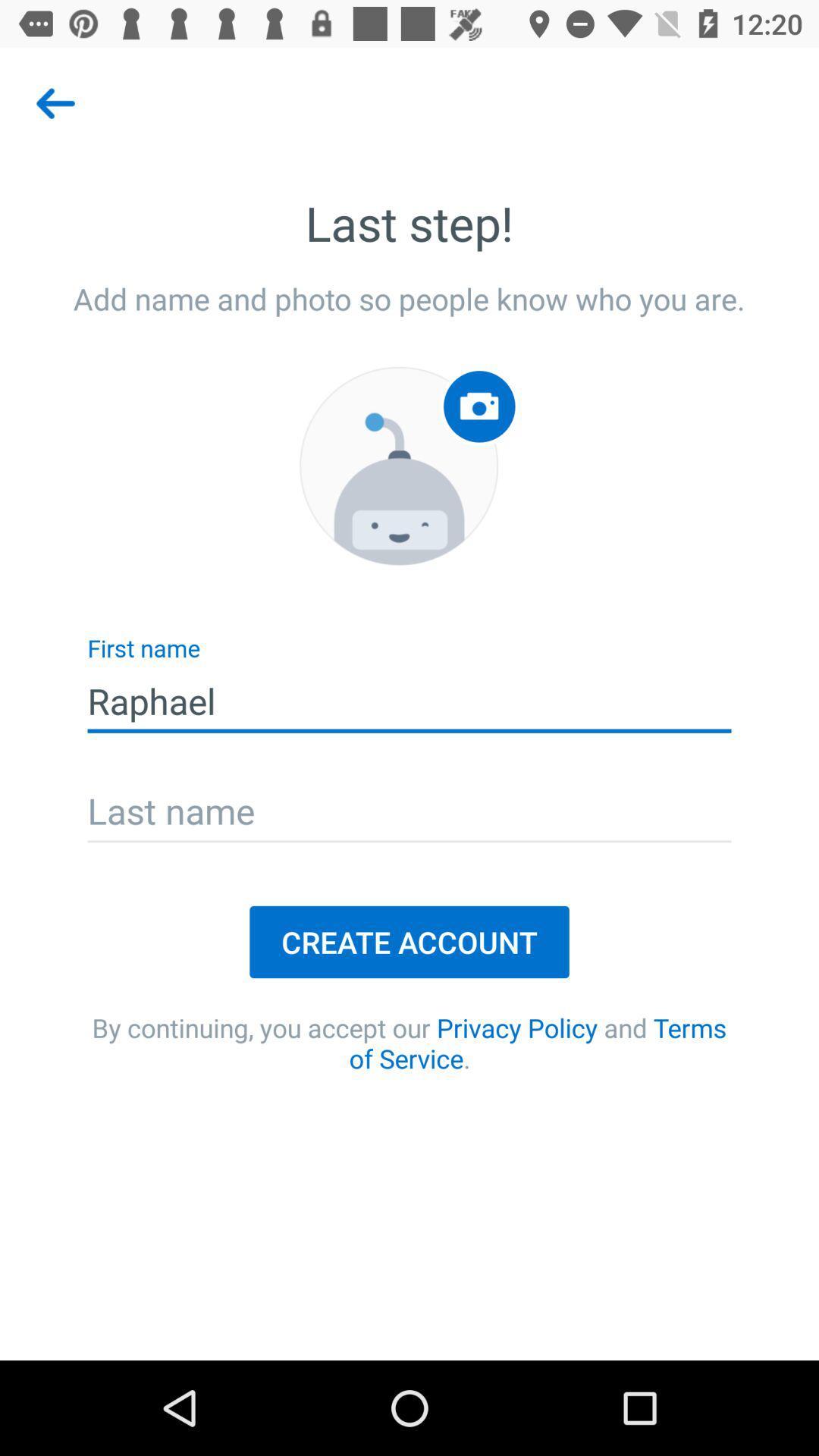 The width and height of the screenshot is (819, 1456). What do you see at coordinates (398, 465) in the screenshot?
I see `icon below add name and item` at bounding box center [398, 465].